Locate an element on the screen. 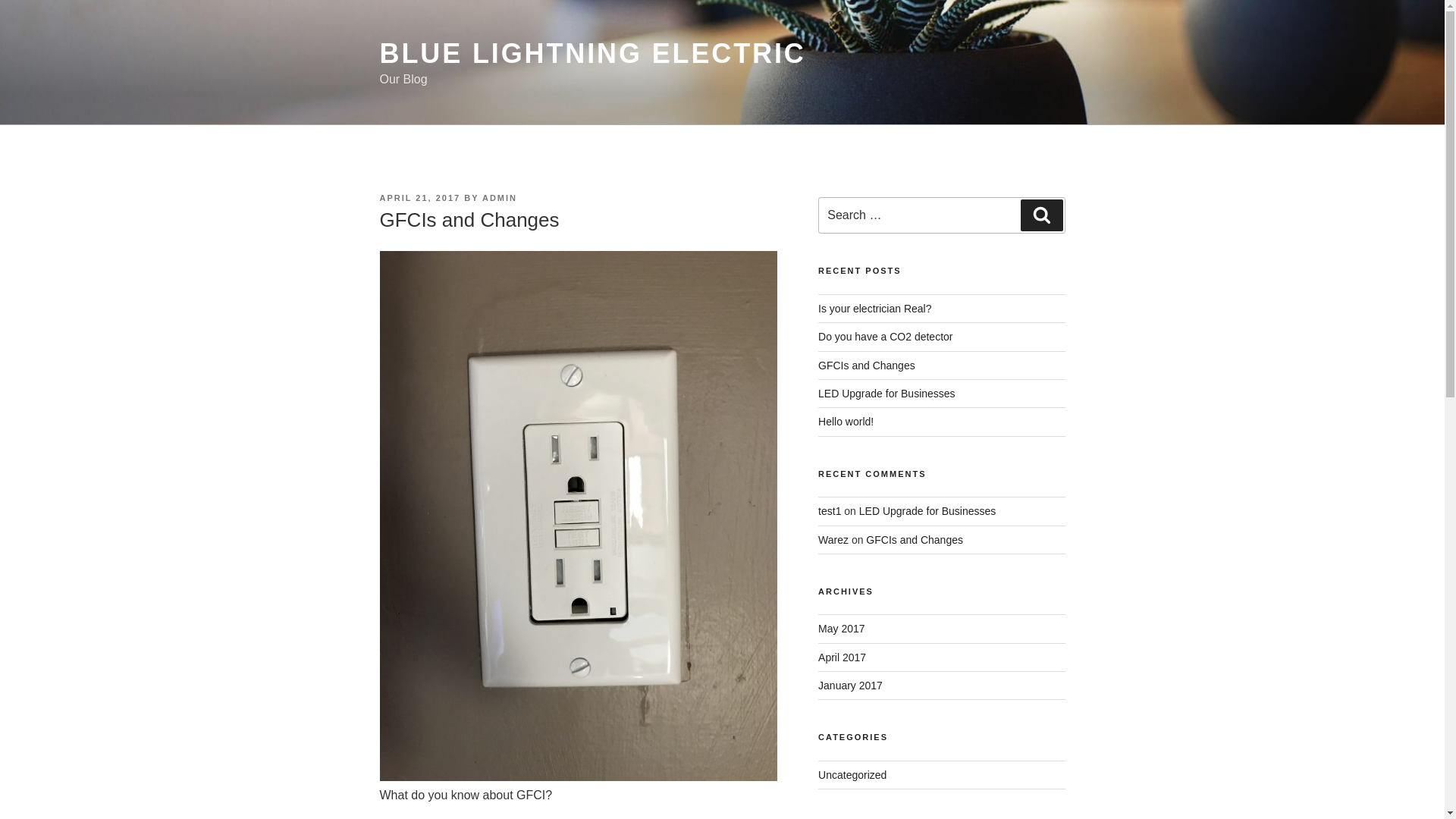 The width and height of the screenshot is (1456, 819). 'Hello world!' is located at coordinates (845, 421).